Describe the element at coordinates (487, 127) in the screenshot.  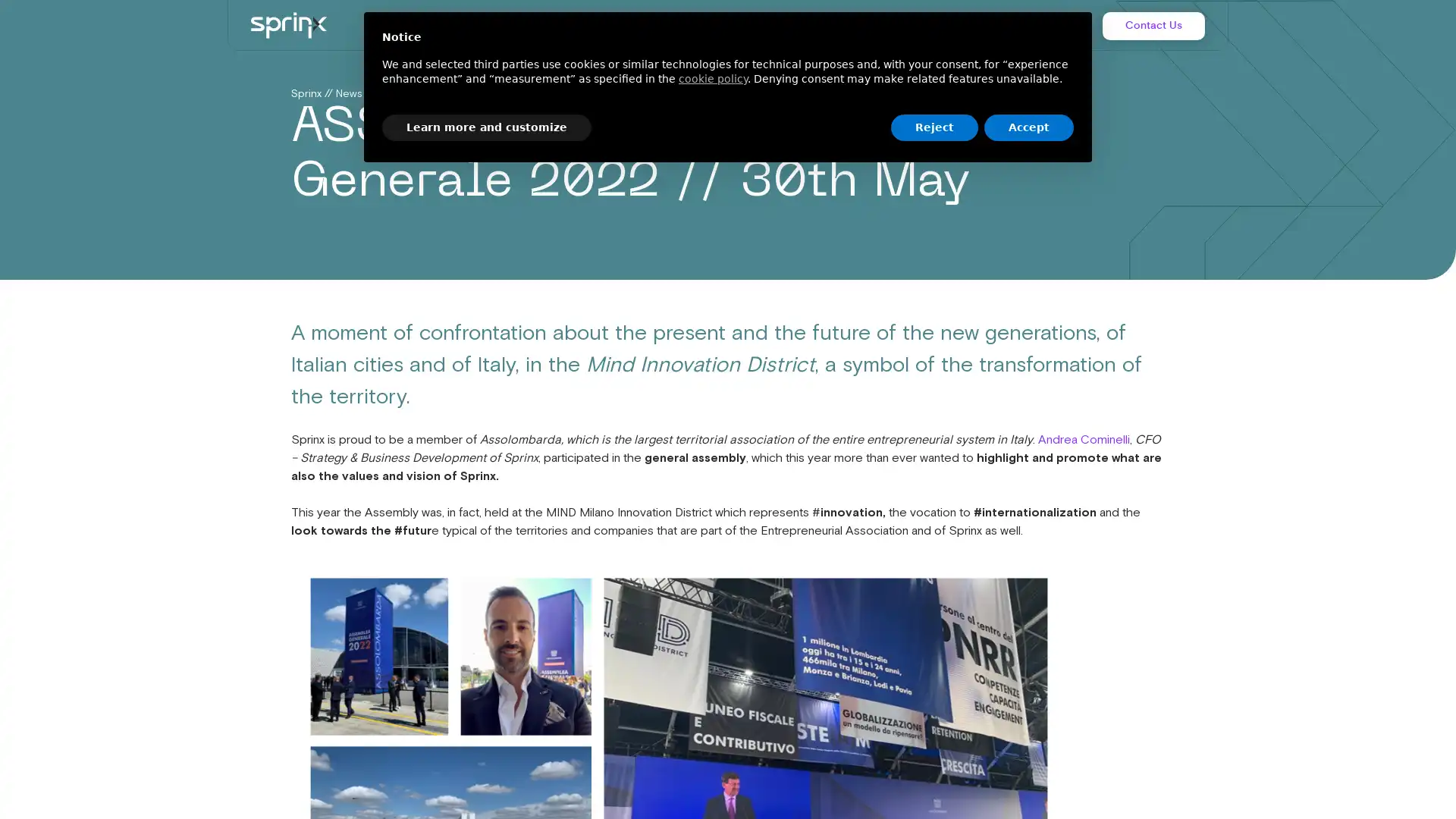
I see `Learn more and customize` at that location.